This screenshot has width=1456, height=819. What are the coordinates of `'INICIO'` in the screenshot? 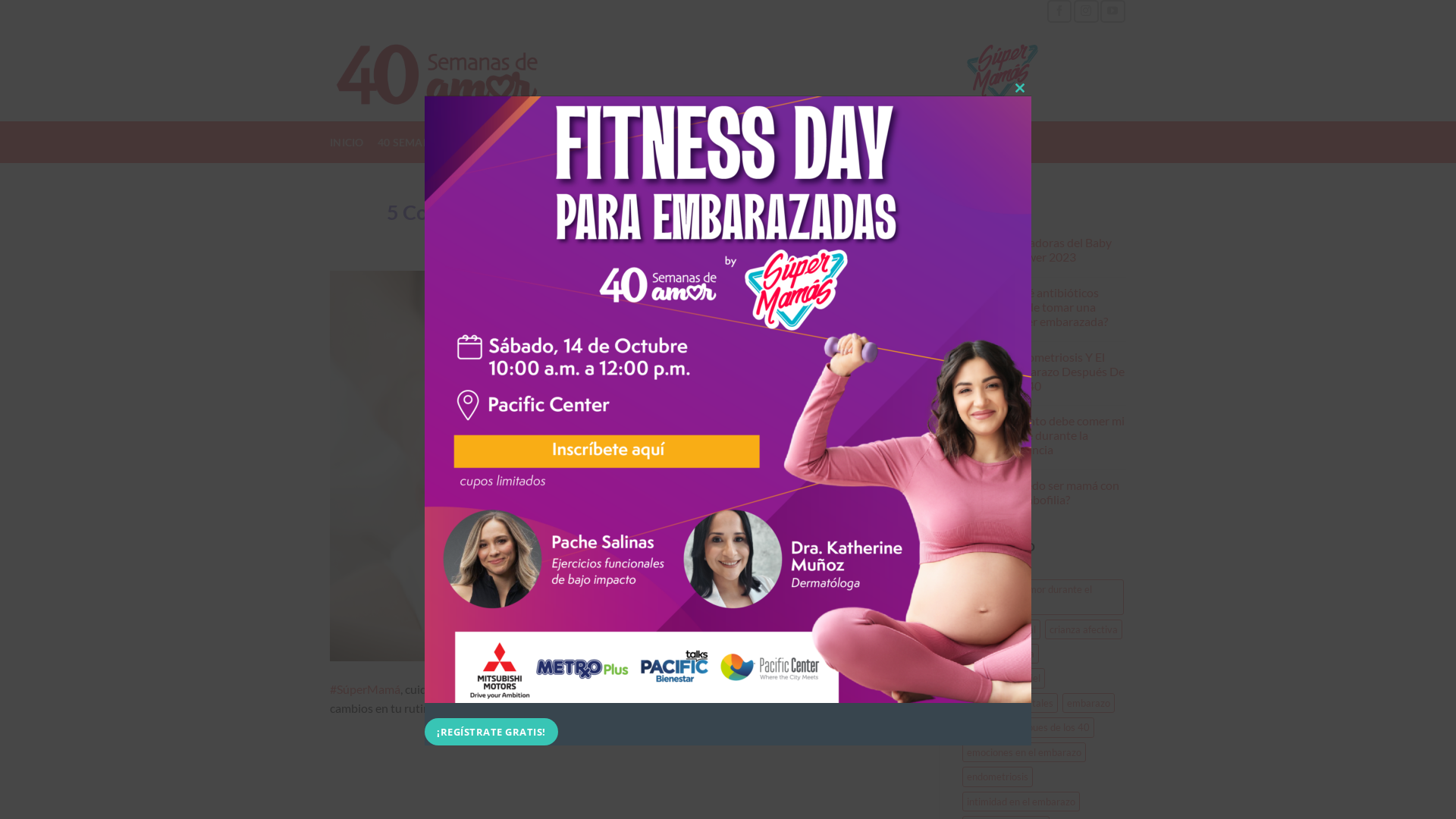 It's located at (346, 143).